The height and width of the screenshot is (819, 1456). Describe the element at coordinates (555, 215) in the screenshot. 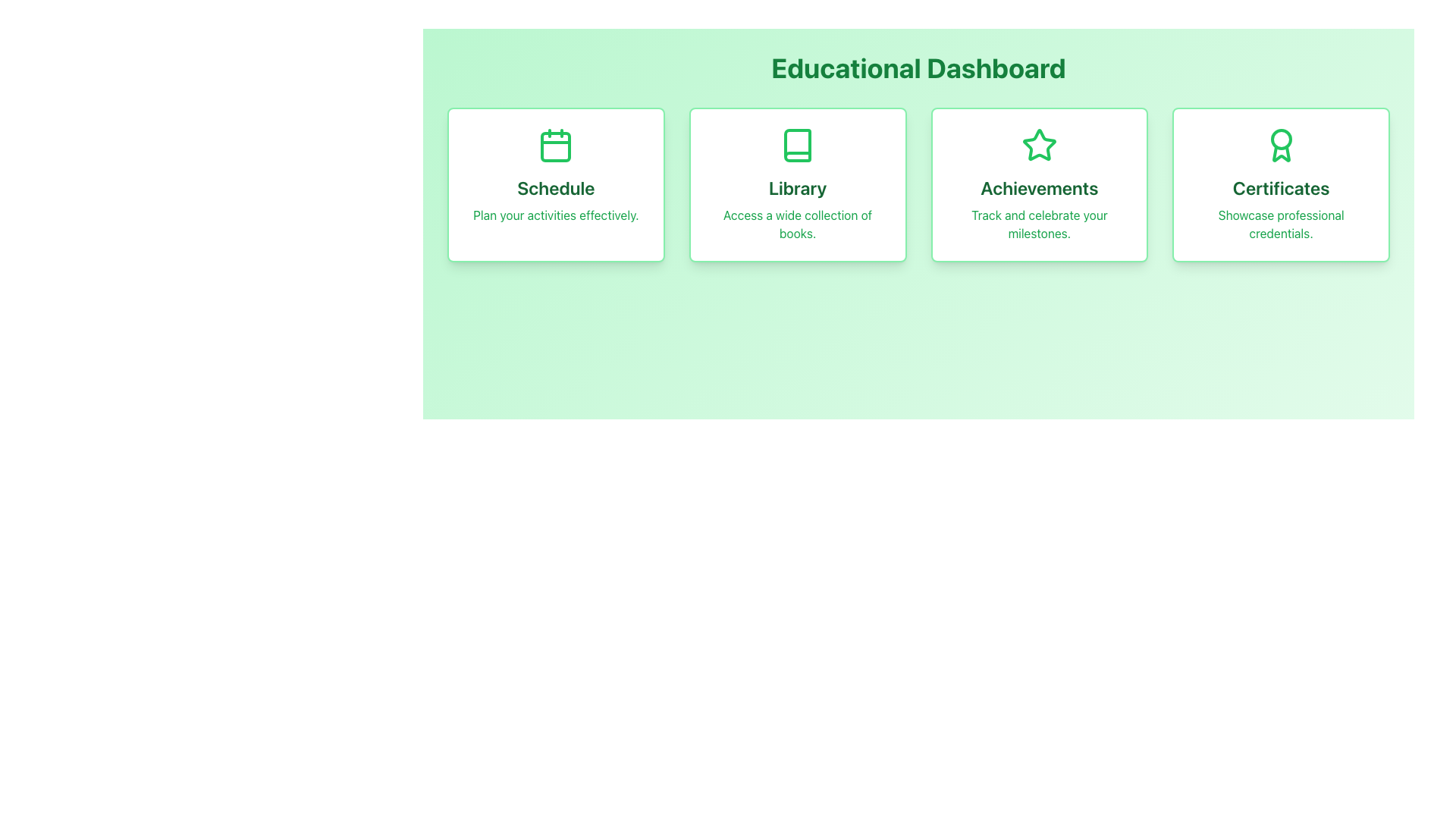

I see `the Text label providing additional information about the 'Schedule' card's functionality, located in the lower section of the 'Schedule' card on the dashboard` at that location.